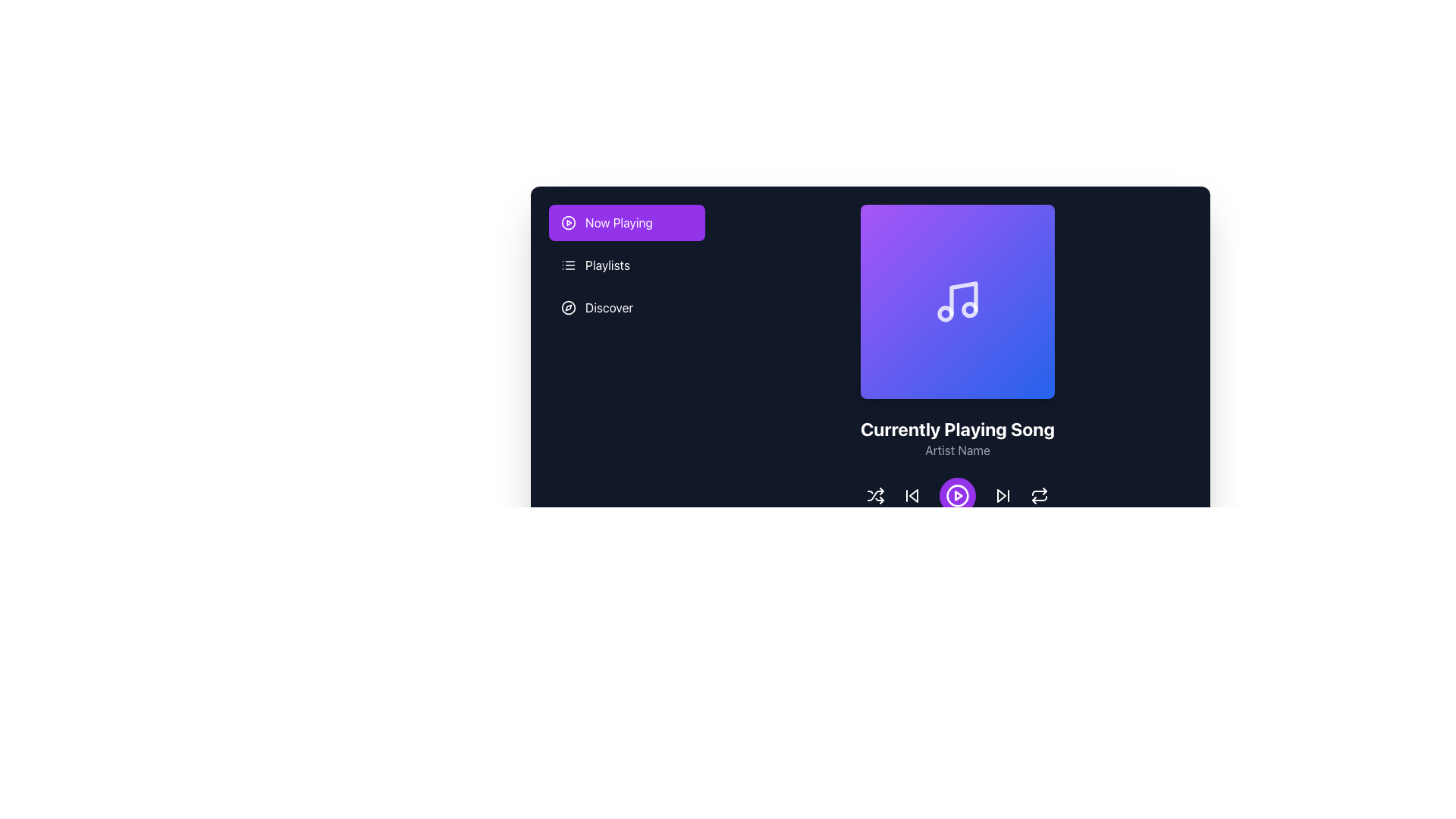 This screenshot has width=1456, height=819. I want to click on the second button in the vertical navigation bar, so click(626, 265).